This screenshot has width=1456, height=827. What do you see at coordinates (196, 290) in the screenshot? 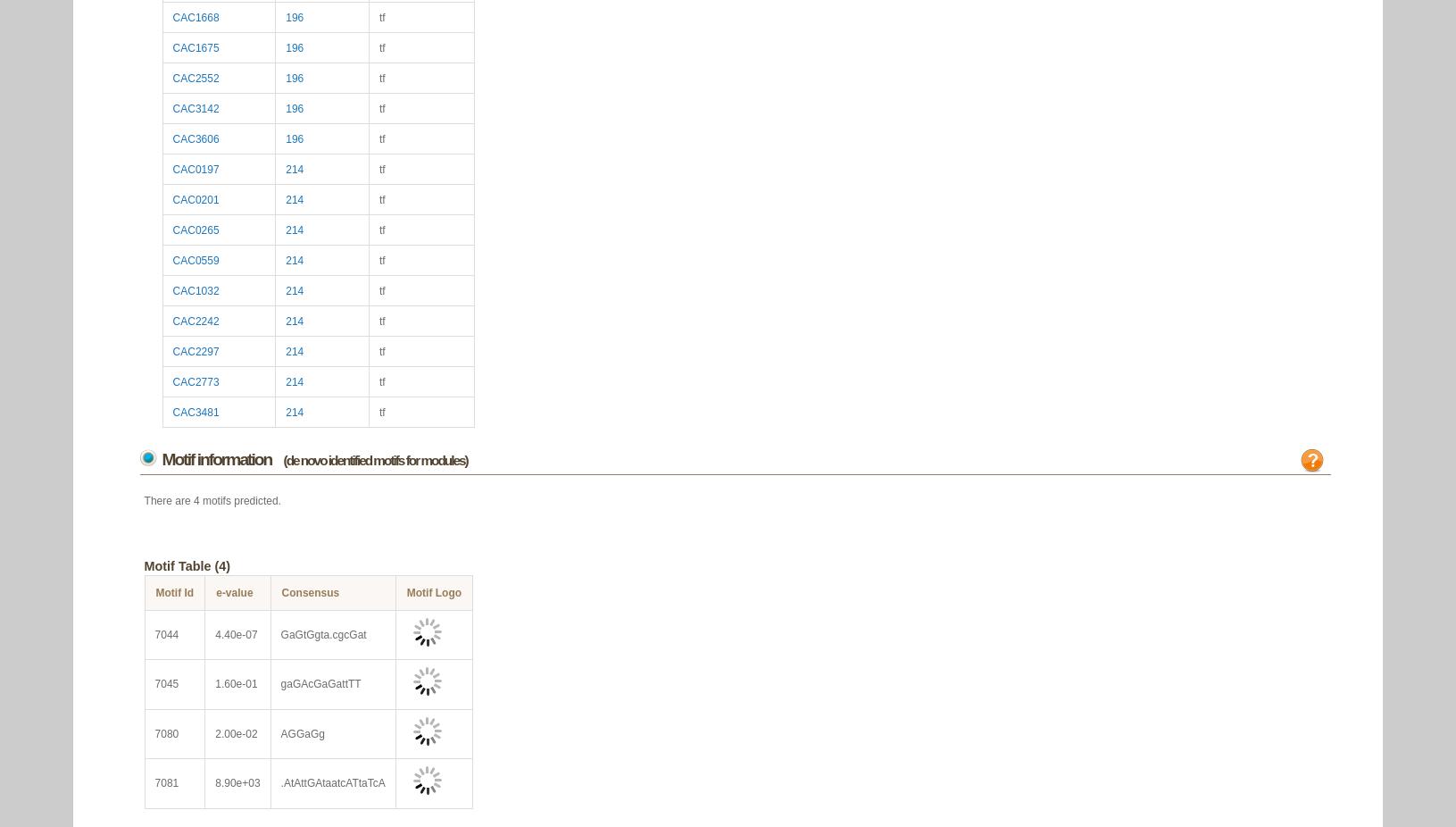
I see `'CAC1032'` at bounding box center [196, 290].